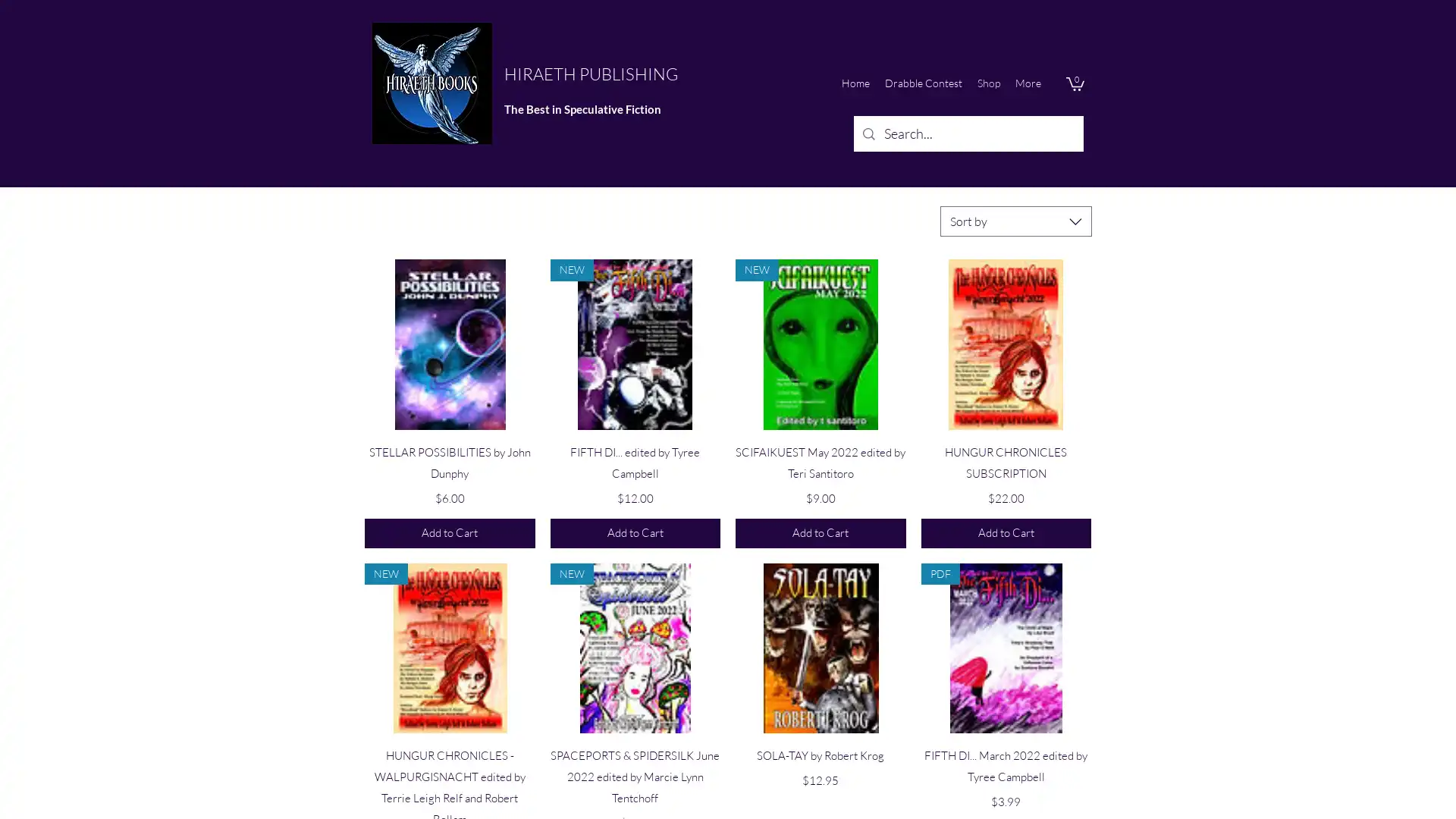  Describe the element at coordinates (635, 532) in the screenshot. I see `Add to Cart` at that location.